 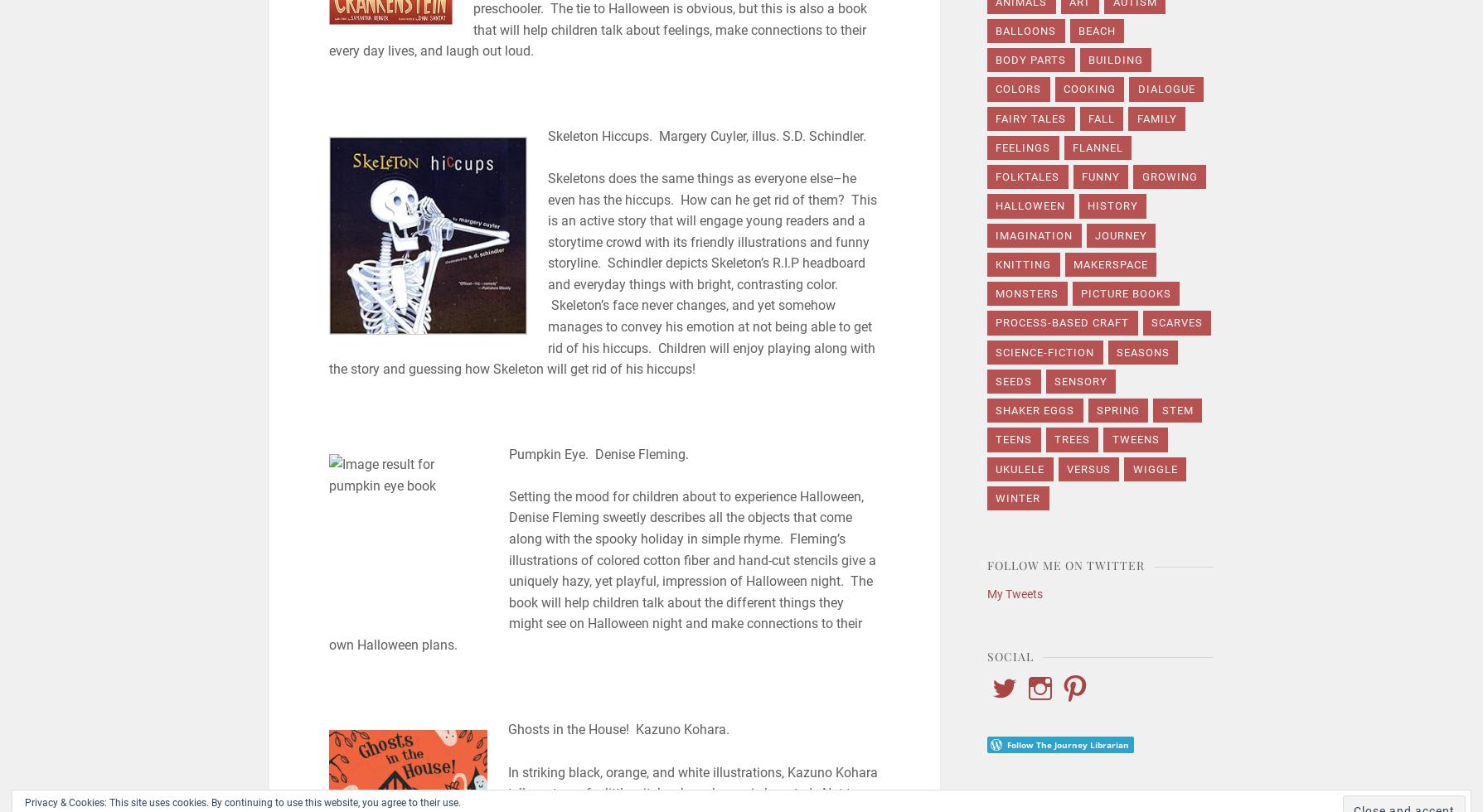 I want to click on 'Monsters', so click(x=995, y=293).